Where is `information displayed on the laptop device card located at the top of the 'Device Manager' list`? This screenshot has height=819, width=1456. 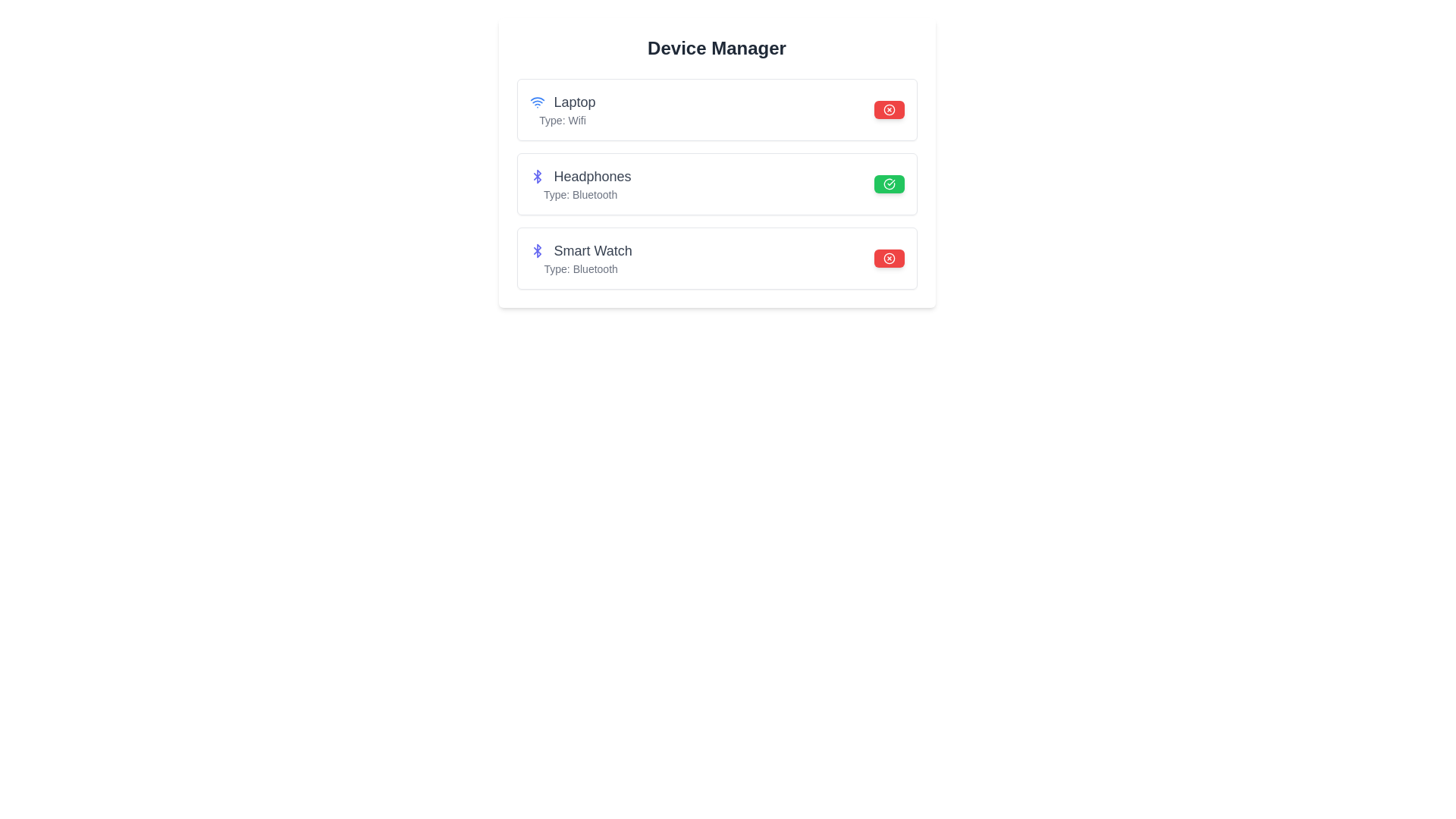 information displayed on the laptop device card located at the top of the 'Device Manager' list is located at coordinates (716, 109).